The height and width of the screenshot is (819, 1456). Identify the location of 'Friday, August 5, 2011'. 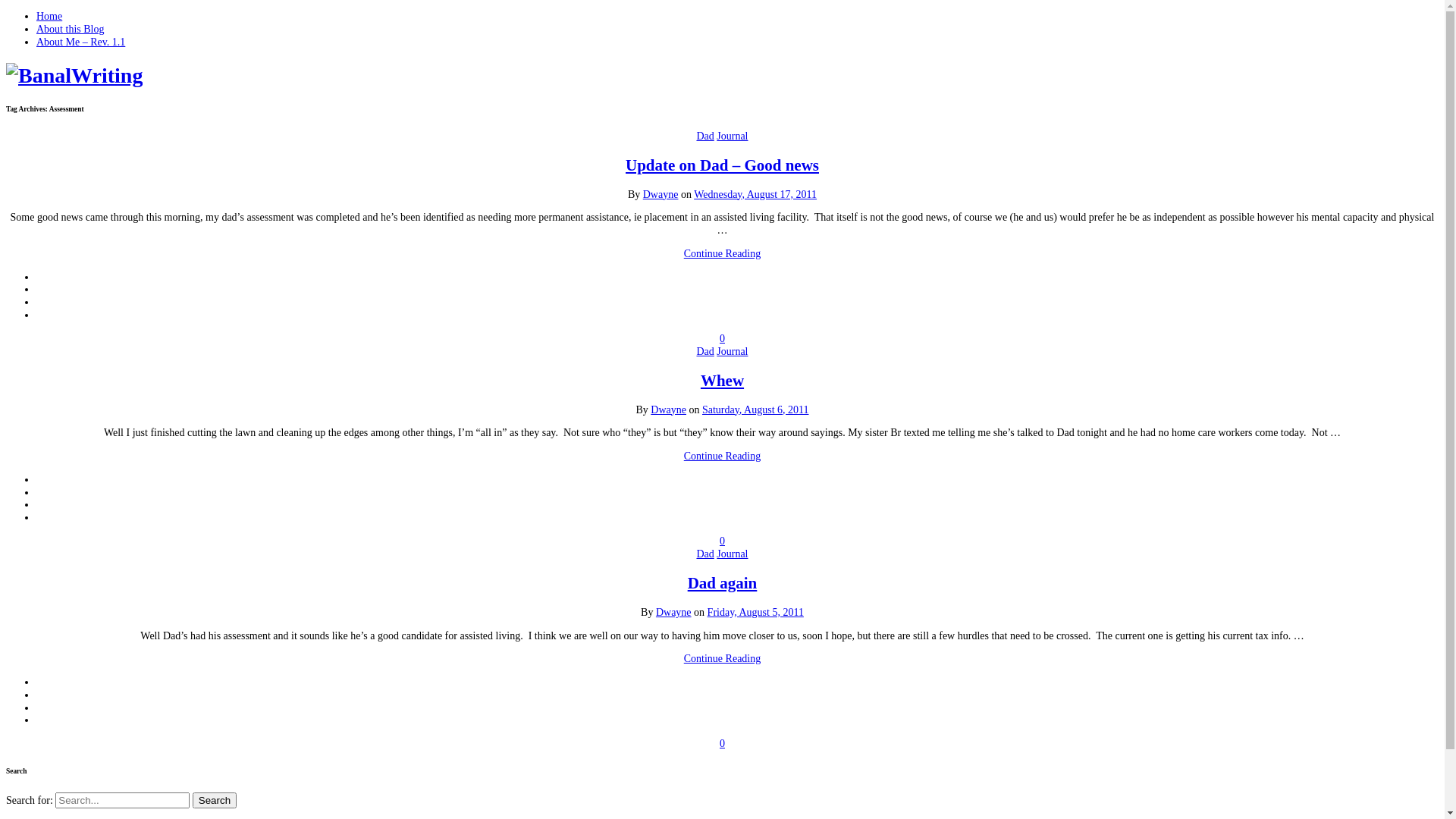
(706, 611).